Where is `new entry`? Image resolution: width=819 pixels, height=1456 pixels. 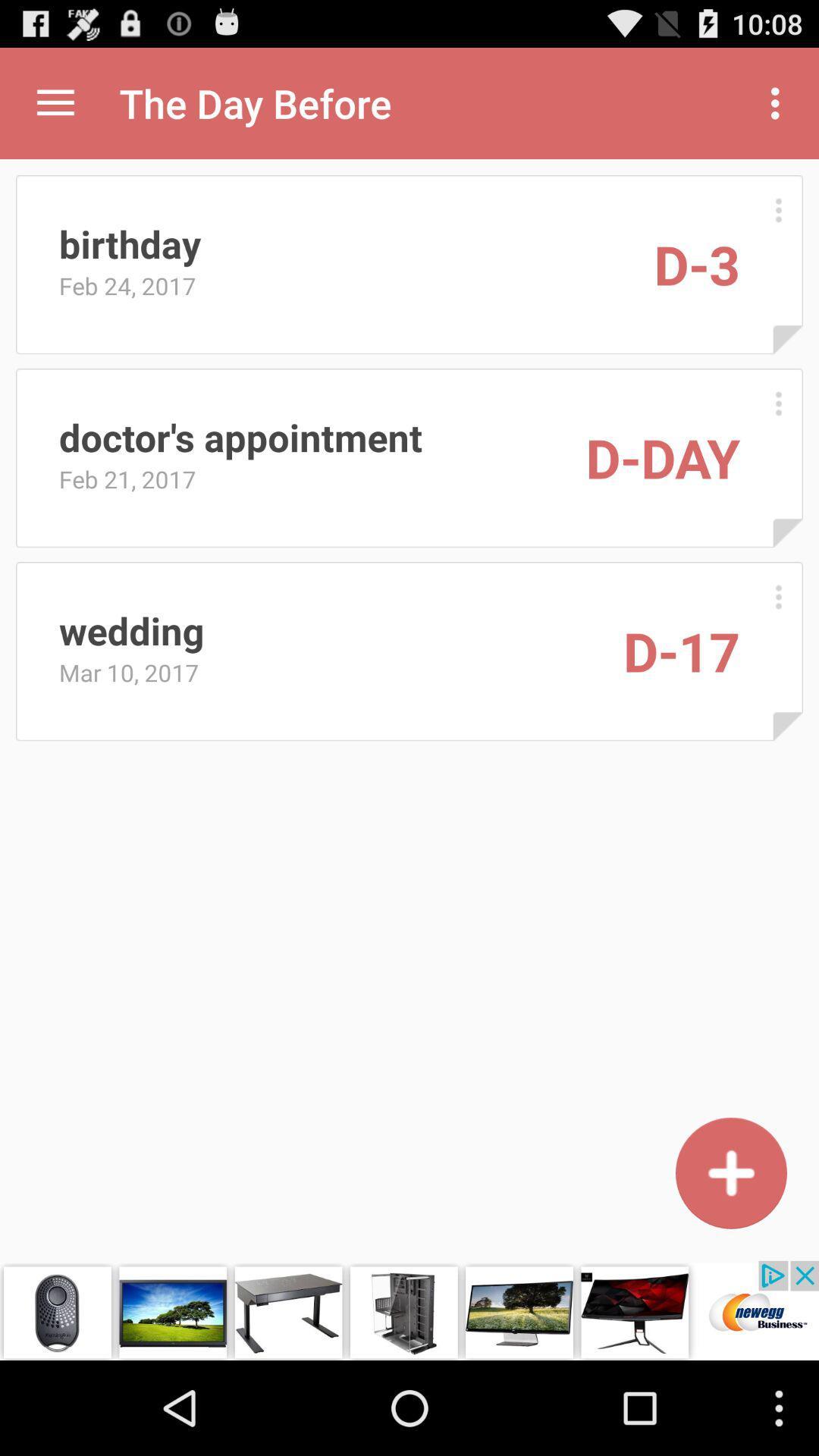 new entry is located at coordinates (730, 1172).